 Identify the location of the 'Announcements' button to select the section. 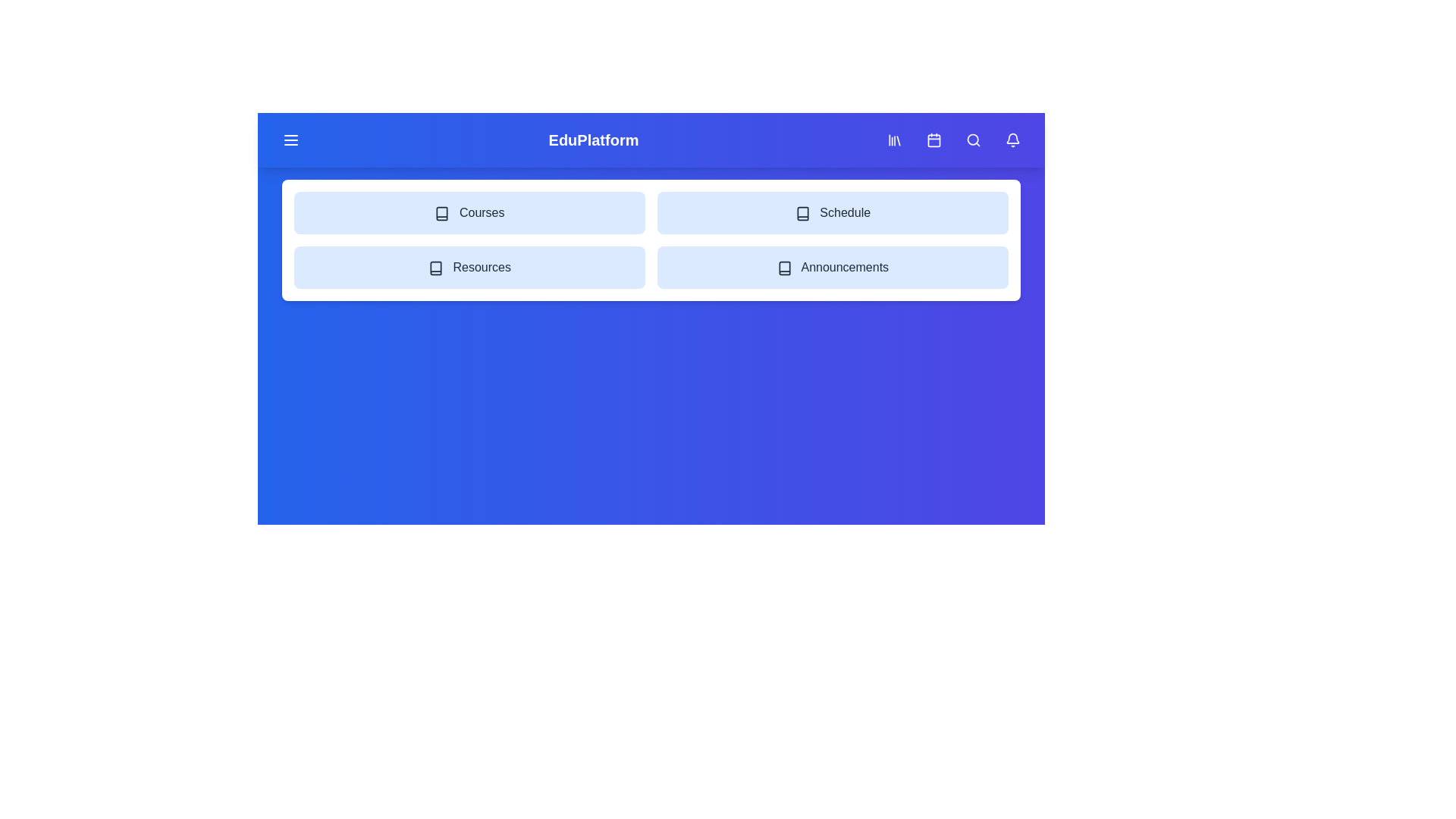
(832, 267).